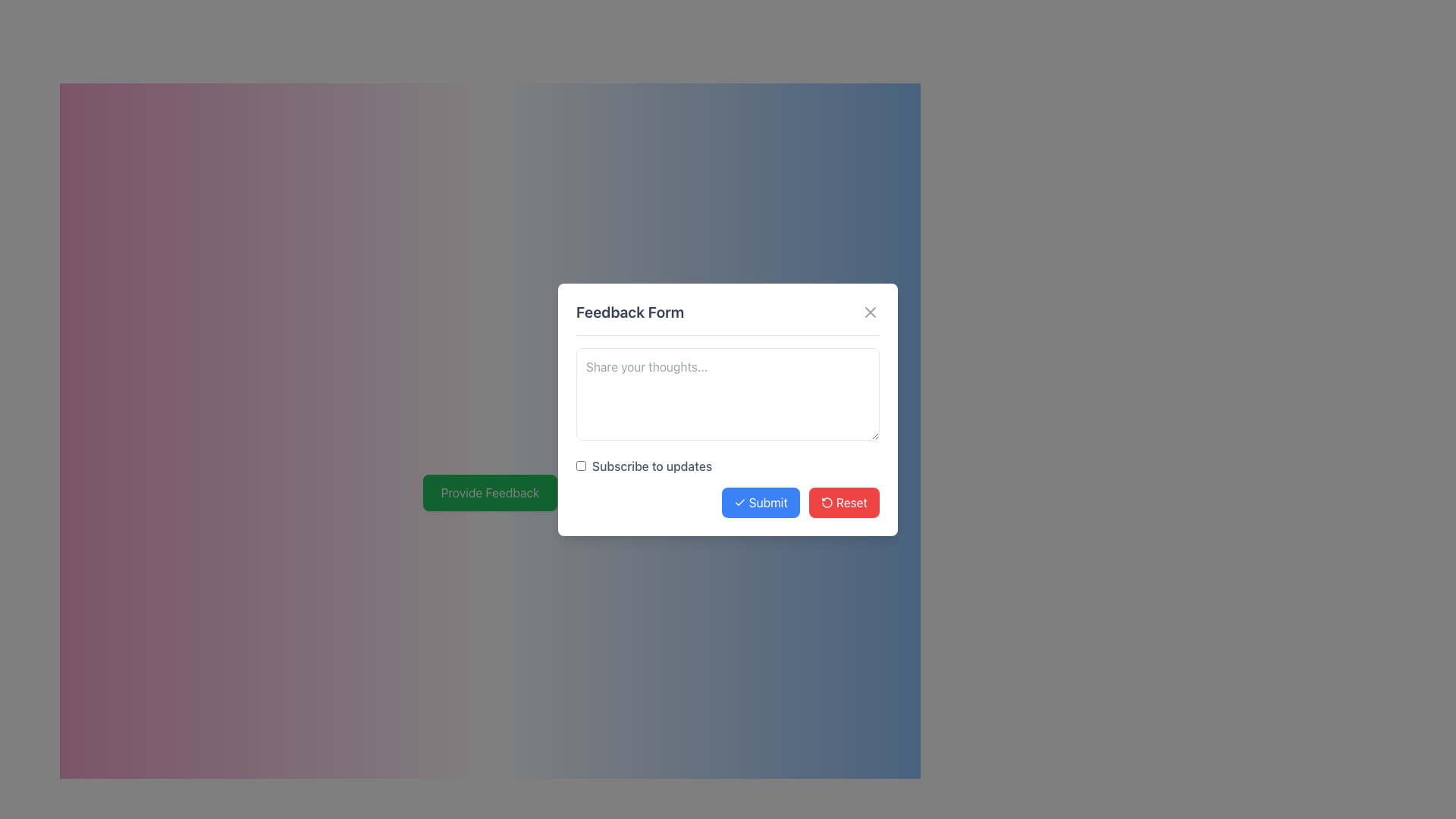 The height and width of the screenshot is (819, 1456). I want to click on the 'Provide Feedback' button with a green background and white text to observe potential visual feedback, so click(490, 493).